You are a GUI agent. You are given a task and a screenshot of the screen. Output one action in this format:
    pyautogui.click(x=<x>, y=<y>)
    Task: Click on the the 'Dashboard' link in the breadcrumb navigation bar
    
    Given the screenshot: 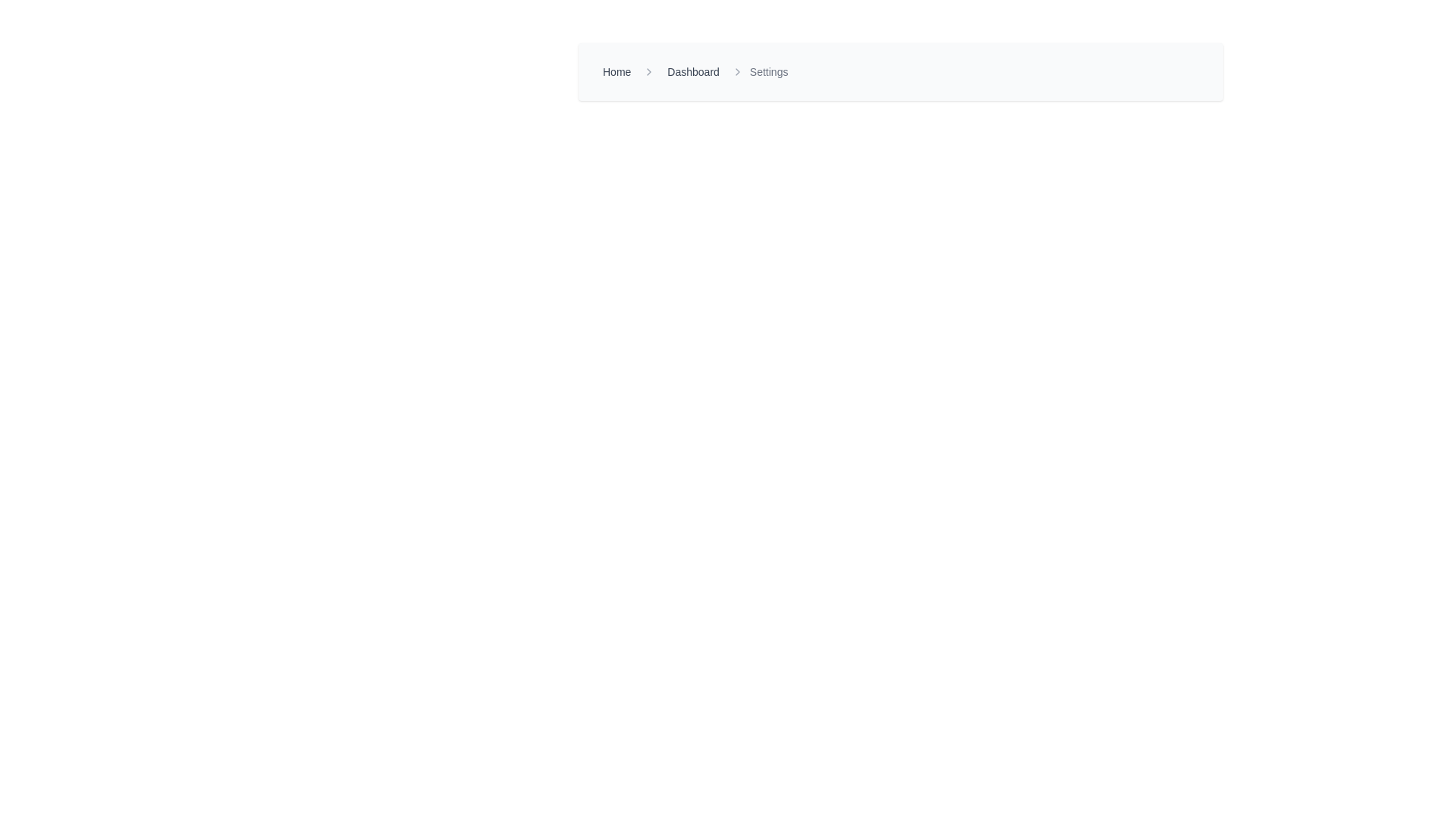 What is the action you would take?
    pyautogui.click(x=692, y=72)
    